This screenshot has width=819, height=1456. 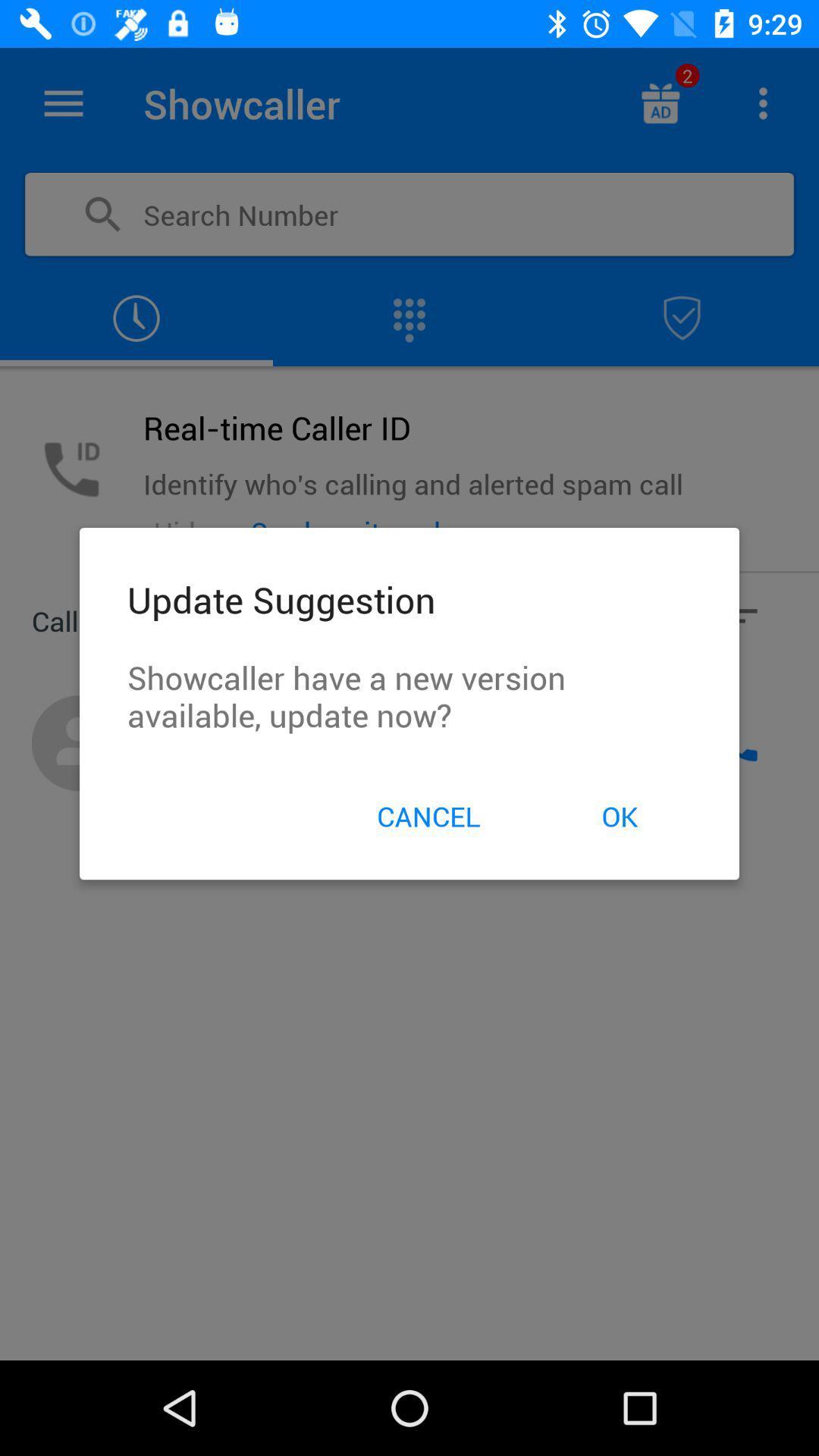 What do you see at coordinates (428, 815) in the screenshot?
I see `item to the left of ok icon` at bounding box center [428, 815].